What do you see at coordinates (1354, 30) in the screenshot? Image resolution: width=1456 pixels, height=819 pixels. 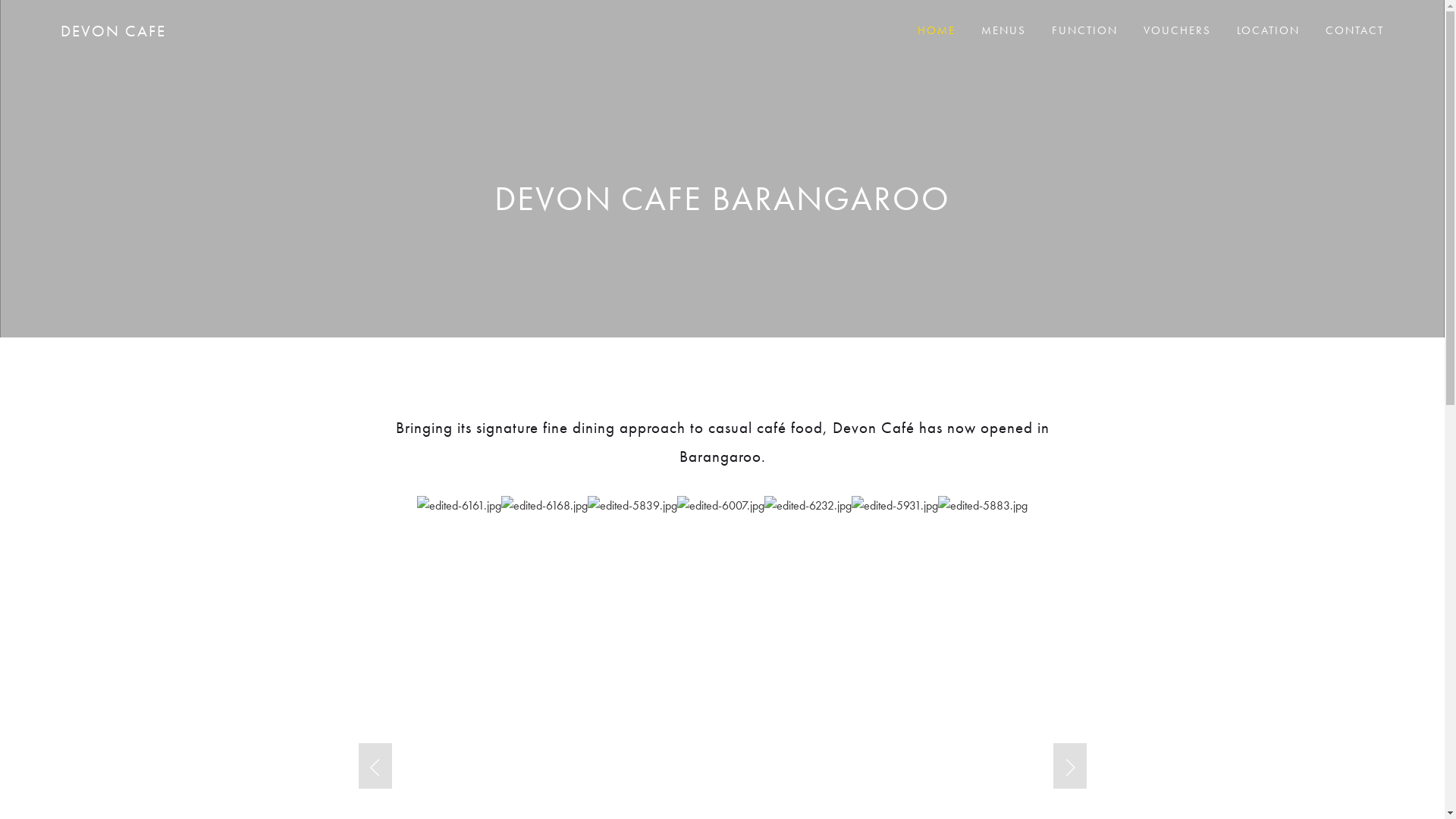 I see `'CONTACT'` at bounding box center [1354, 30].